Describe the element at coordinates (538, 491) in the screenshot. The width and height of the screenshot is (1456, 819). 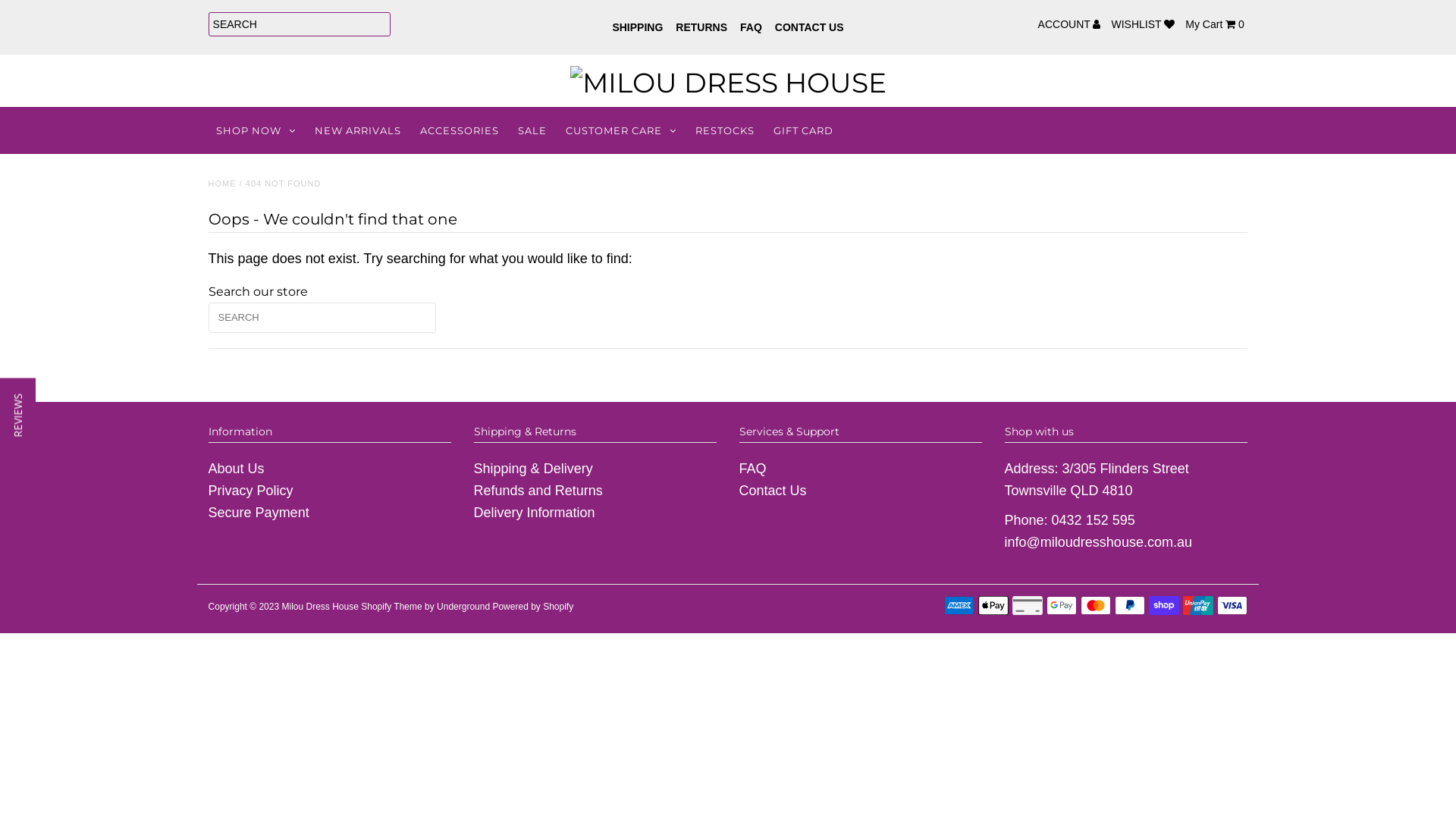
I see `'Refunds and Returns'` at that location.